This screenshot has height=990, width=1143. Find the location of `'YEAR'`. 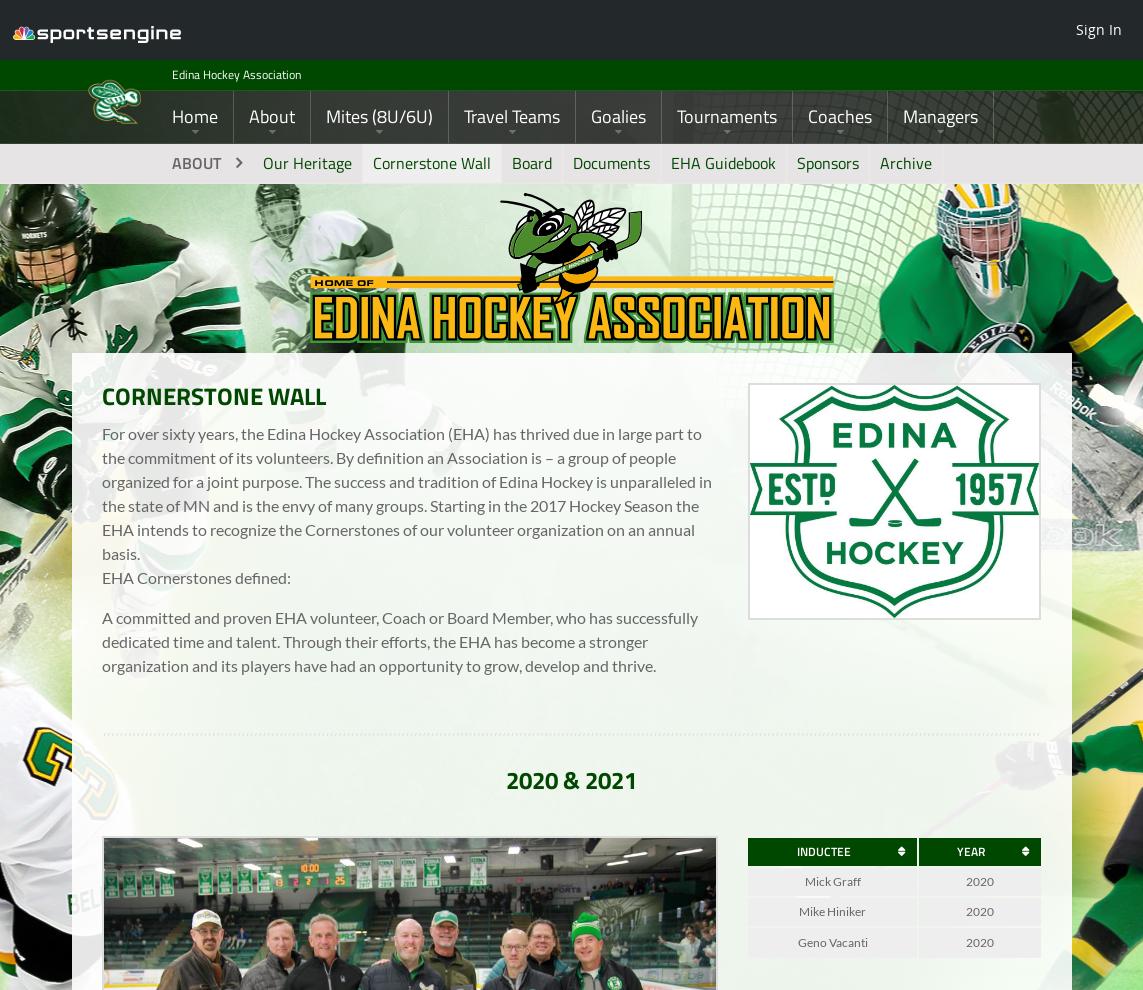

'YEAR' is located at coordinates (970, 864).